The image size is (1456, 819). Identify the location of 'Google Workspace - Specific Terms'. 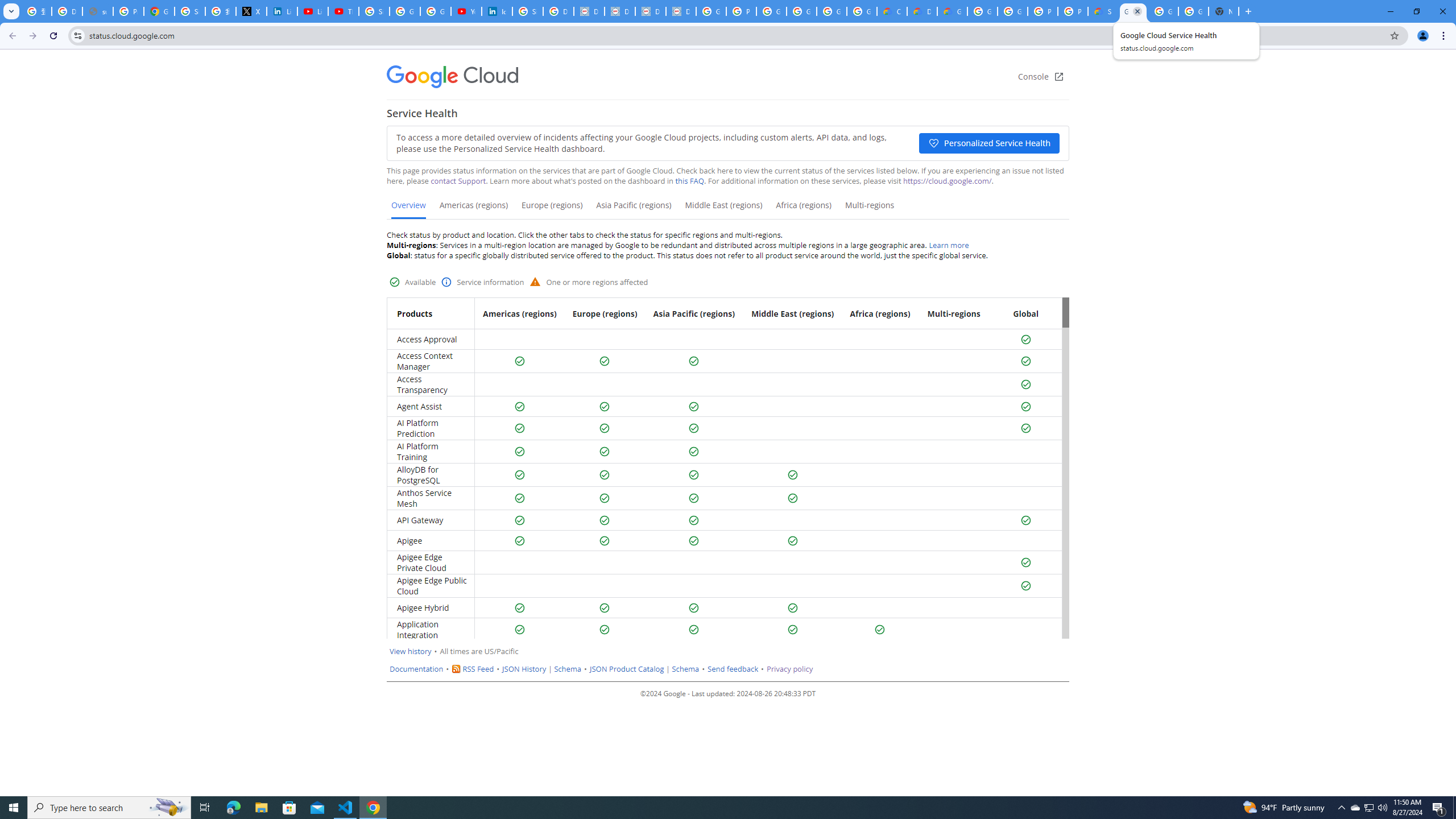
(830, 11).